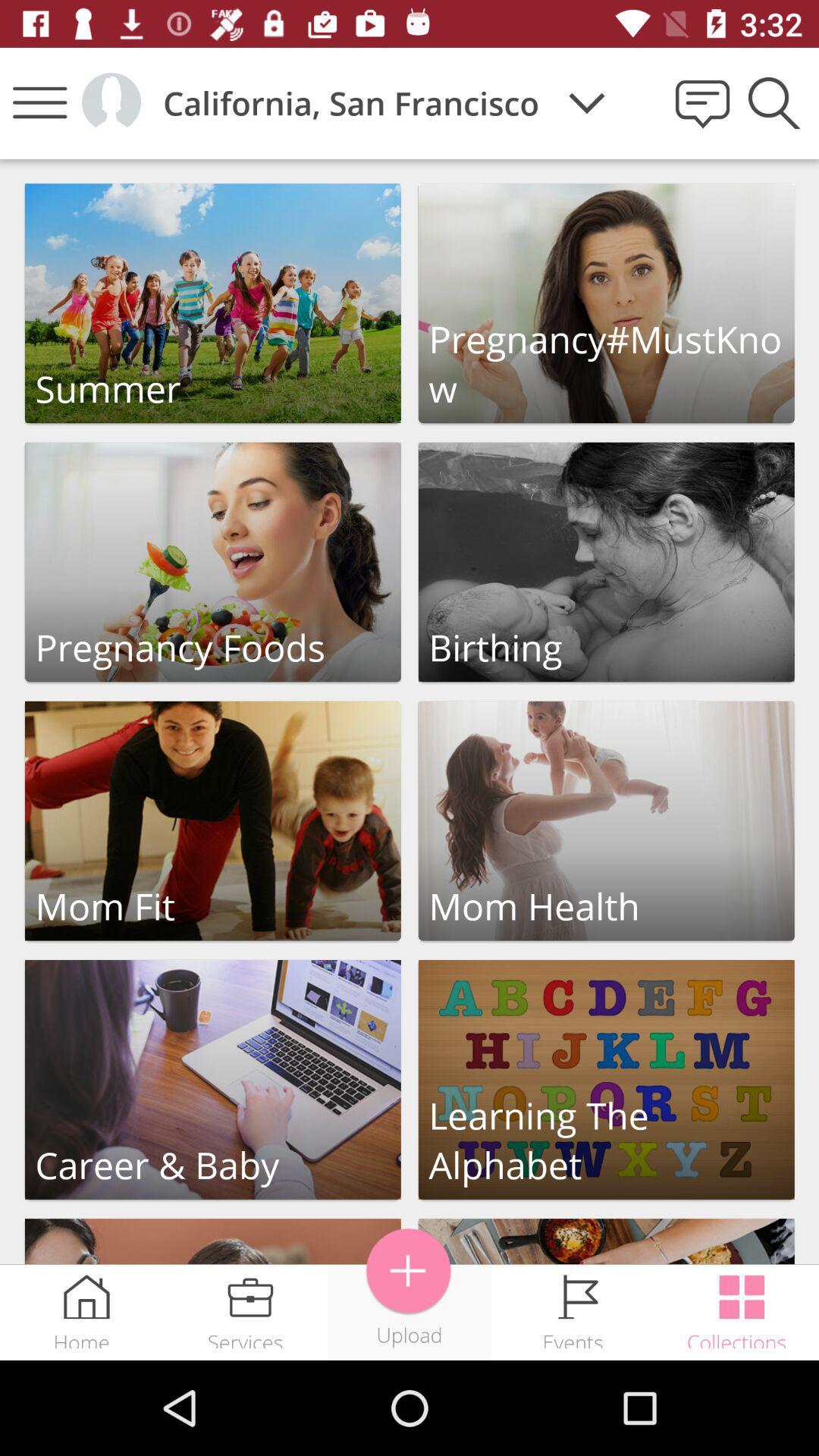 Image resolution: width=819 pixels, height=1456 pixels. I want to click on show more, so click(408, 1271).